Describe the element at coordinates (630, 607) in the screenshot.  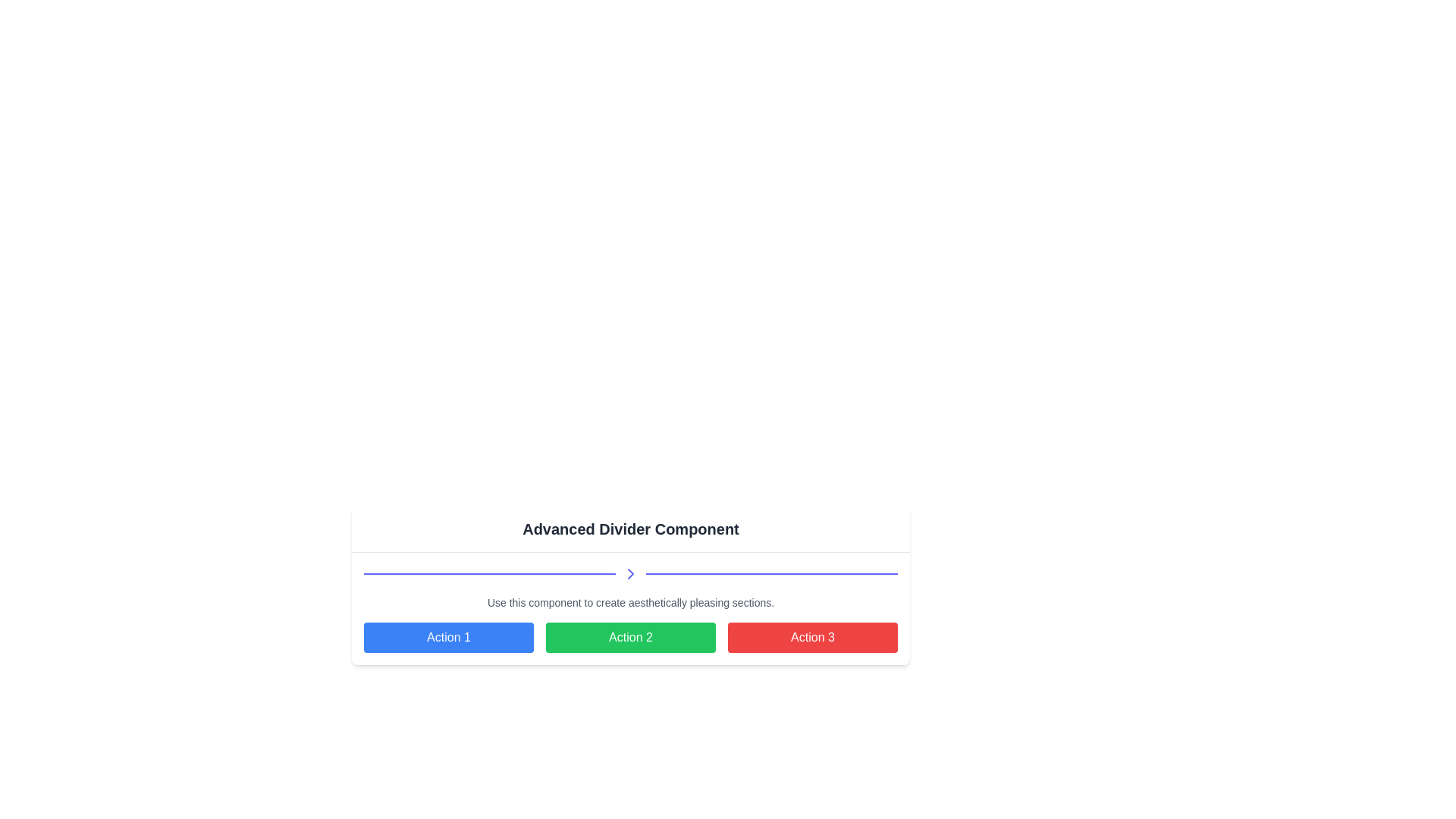
I see `the horizontal separator located in the 'Advanced Divider Component', which features a chevron icon and is positioned above the descriptive text and action buttons` at that location.